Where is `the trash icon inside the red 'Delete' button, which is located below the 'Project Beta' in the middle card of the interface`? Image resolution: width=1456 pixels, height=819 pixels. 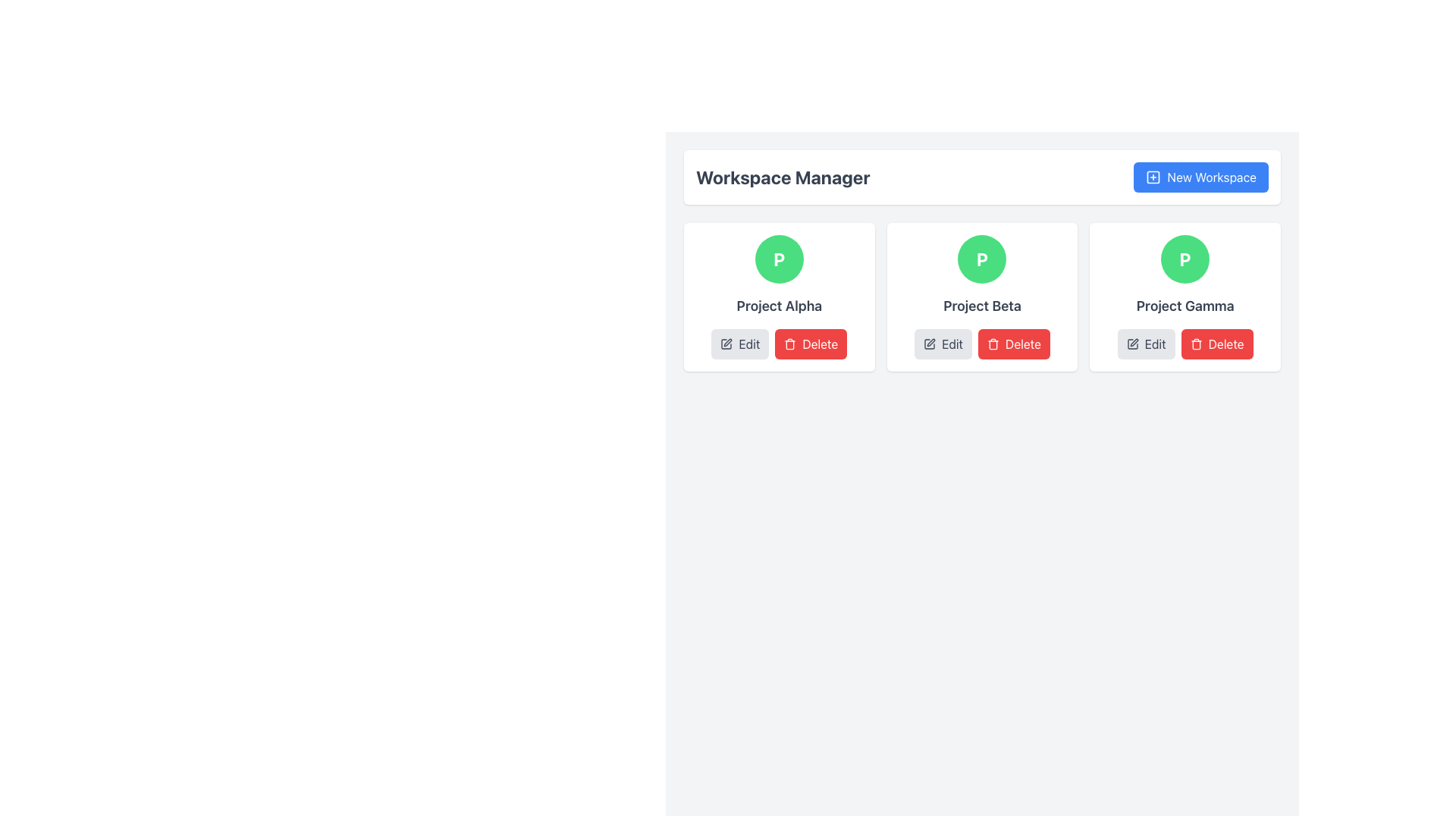 the trash icon inside the red 'Delete' button, which is located below the 'Project Beta' in the middle card of the interface is located at coordinates (993, 344).